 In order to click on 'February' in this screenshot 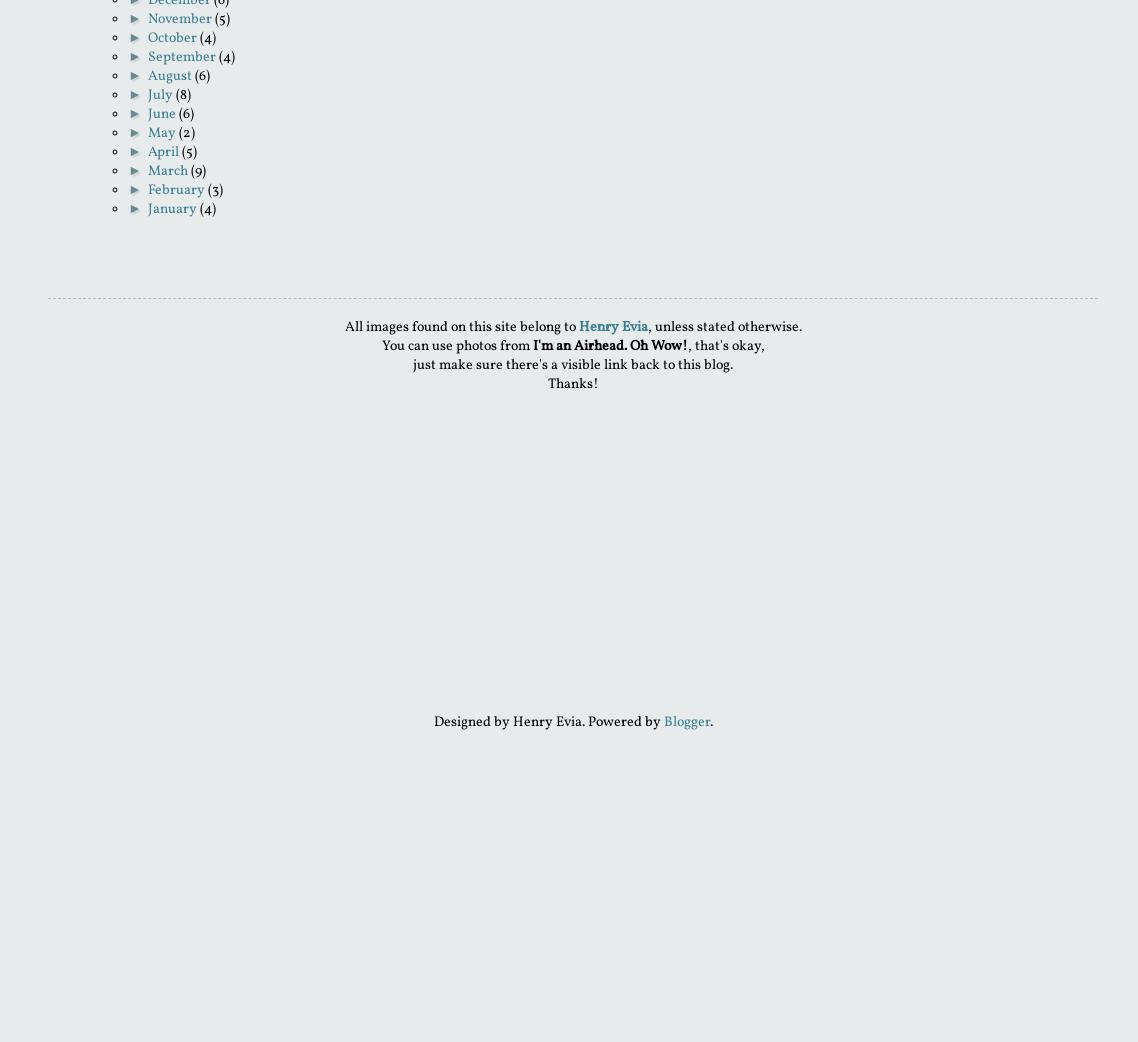, I will do `click(175, 189)`.